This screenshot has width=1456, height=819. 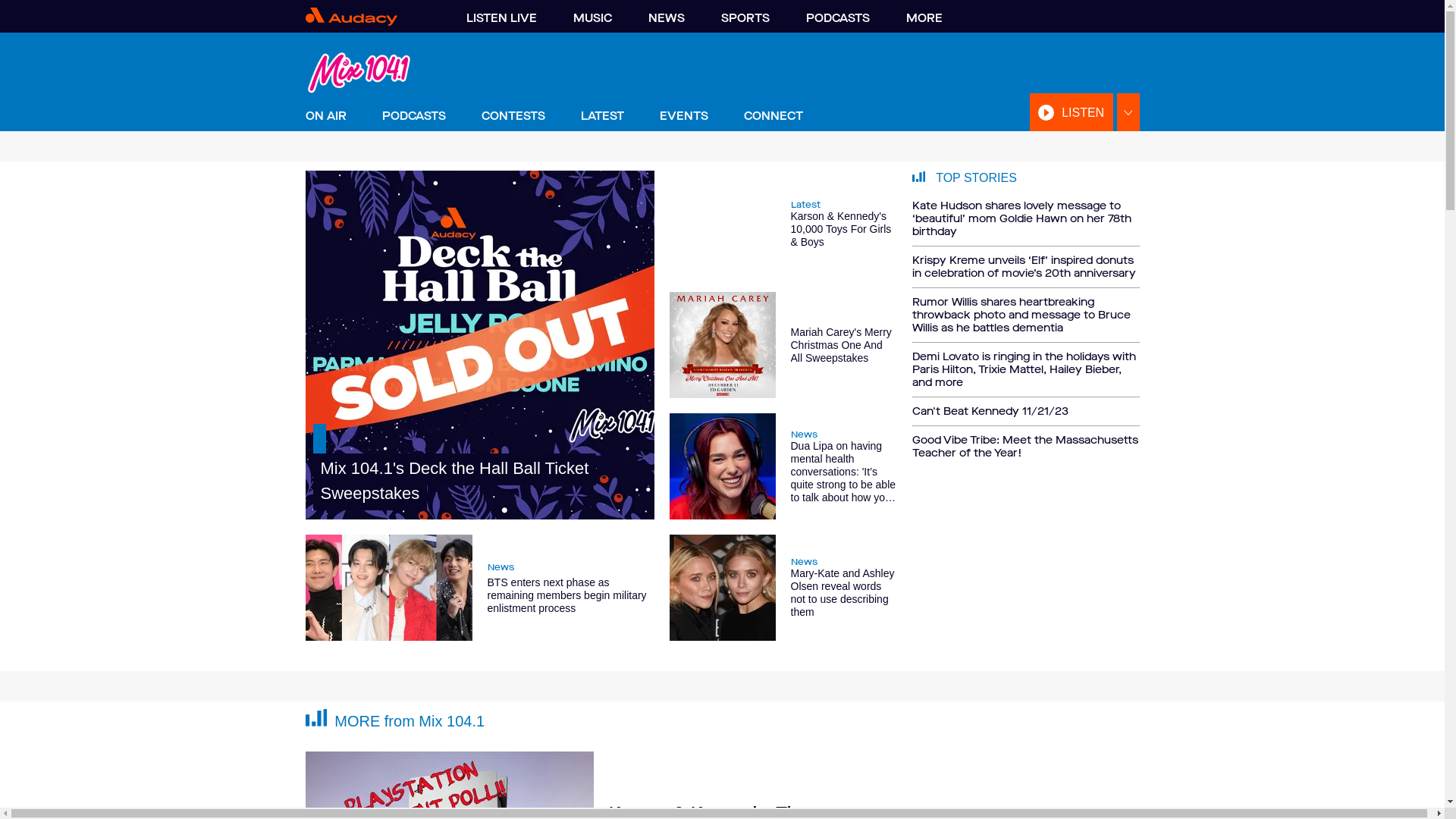 What do you see at coordinates (324, 115) in the screenshot?
I see `'ON AIR'` at bounding box center [324, 115].